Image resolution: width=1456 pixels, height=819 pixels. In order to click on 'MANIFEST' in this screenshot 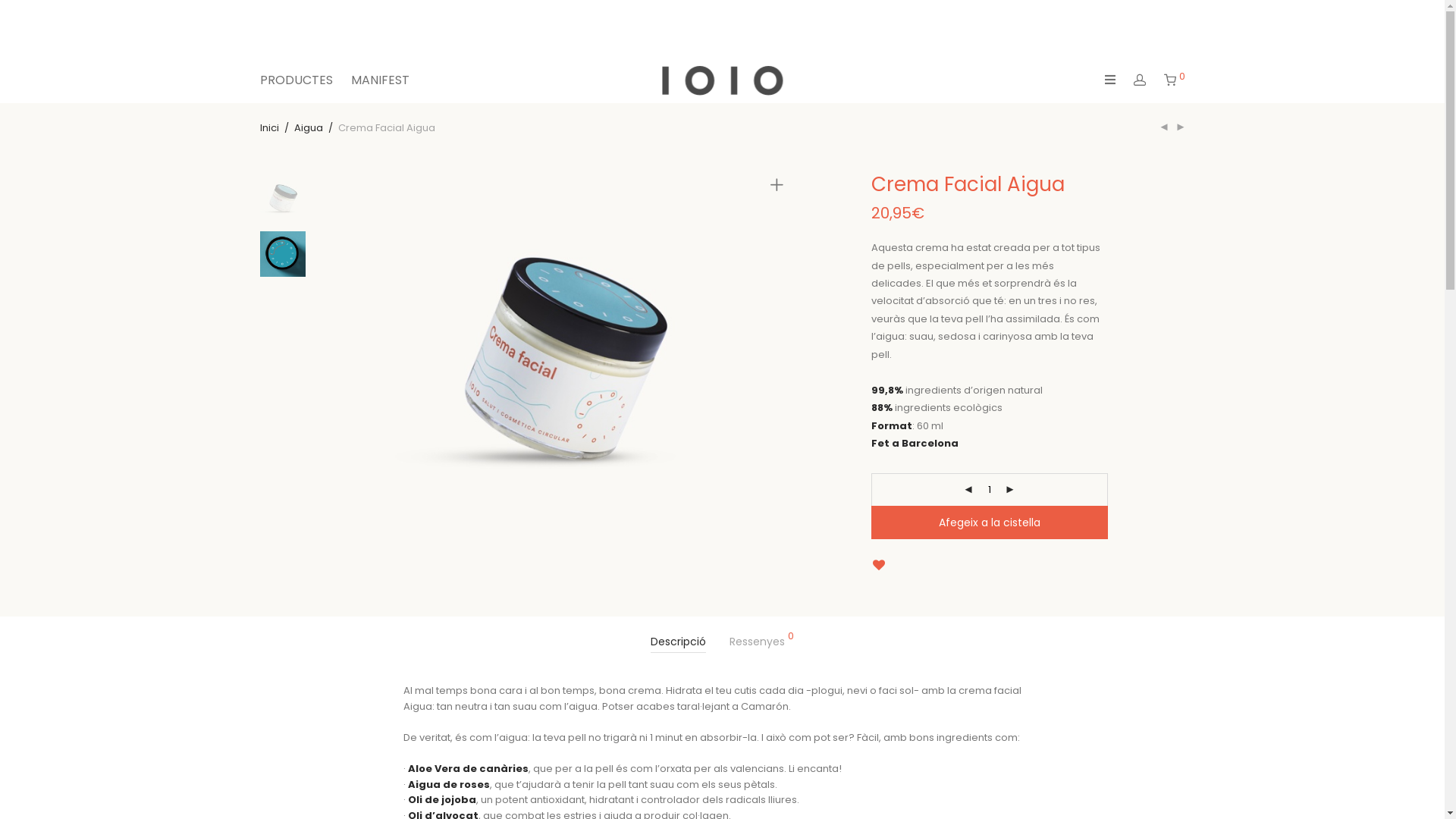, I will do `click(340, 80)`.